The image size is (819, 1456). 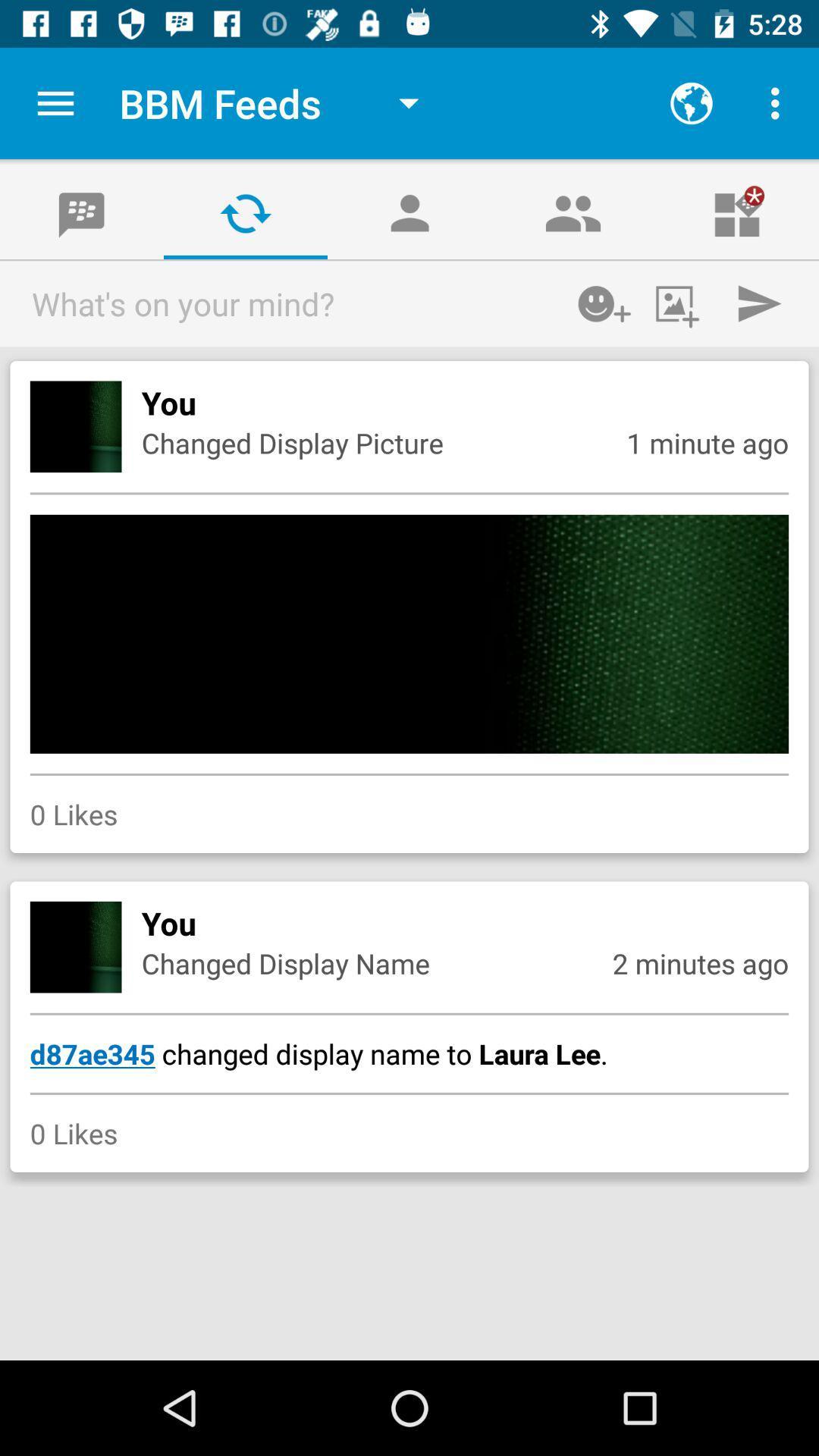 What do you see at coordinates (82, 212) in the screenshot?
I see `the bookmark icon` at bounding box center [82, 212].